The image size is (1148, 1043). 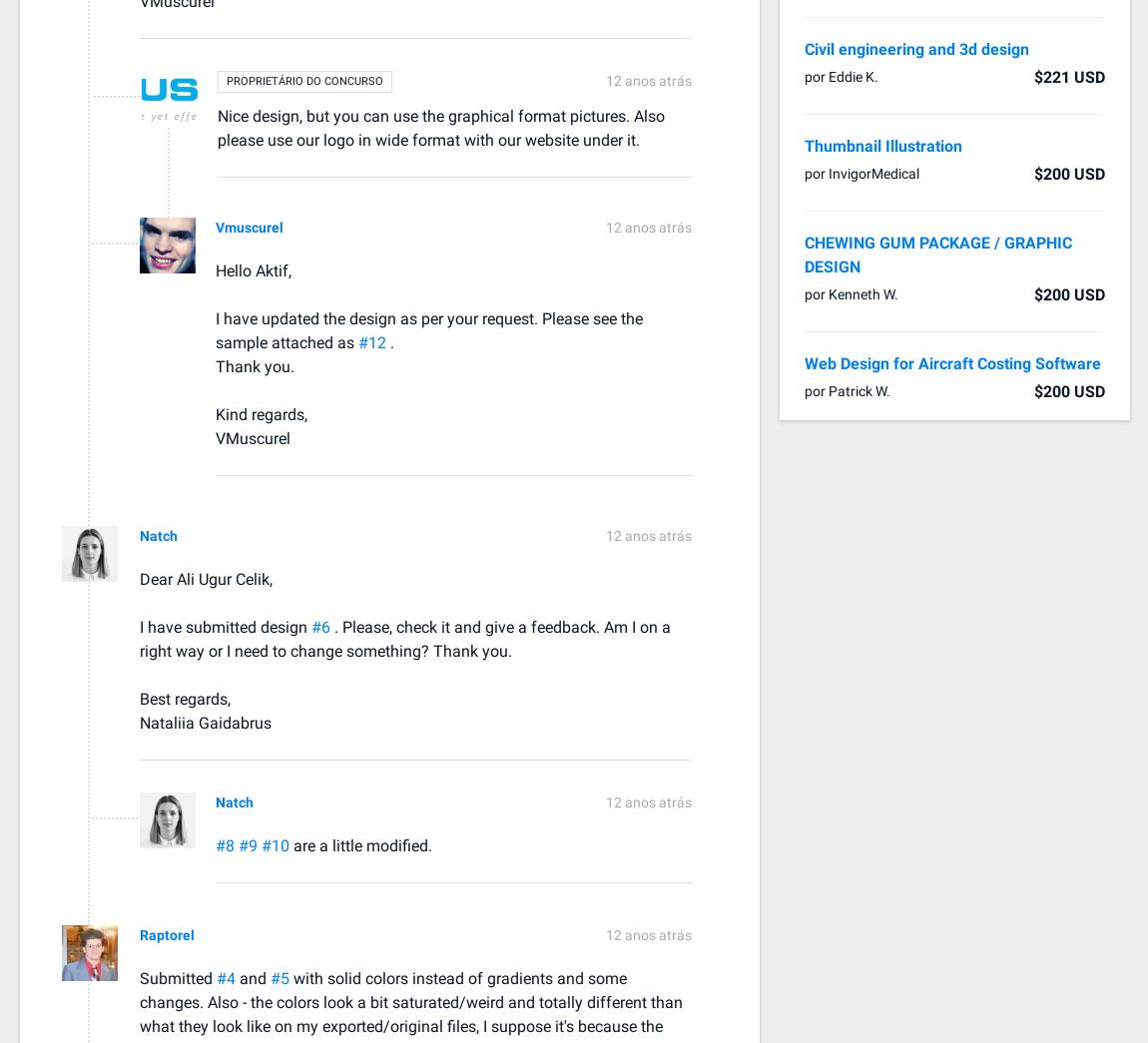 What do you see at coordinates (276, 843) in the screenshot?
I see `'#10'` at bounding box center [276, 843].